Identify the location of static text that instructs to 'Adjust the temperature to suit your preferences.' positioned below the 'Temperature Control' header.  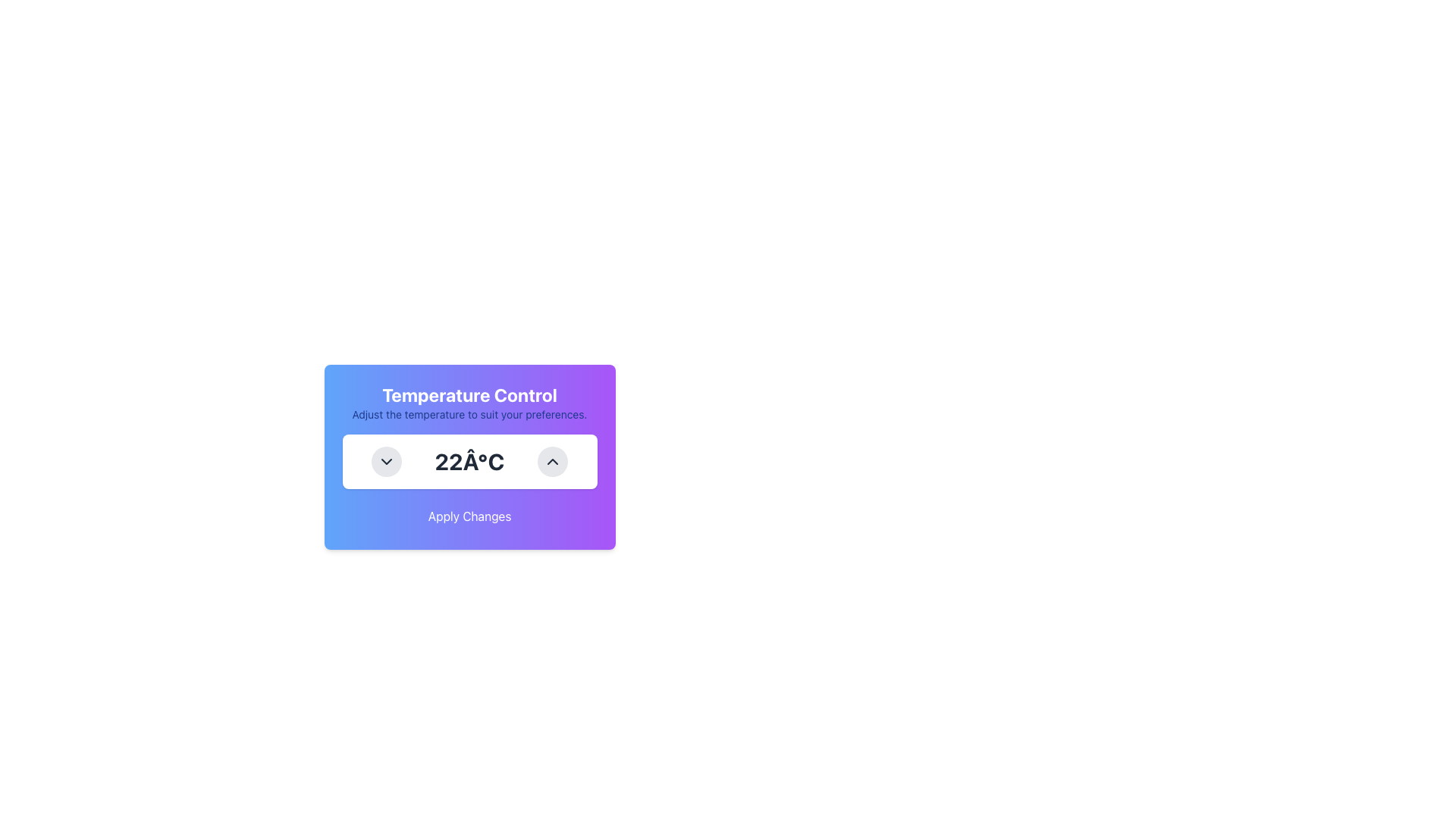
(469, 415).